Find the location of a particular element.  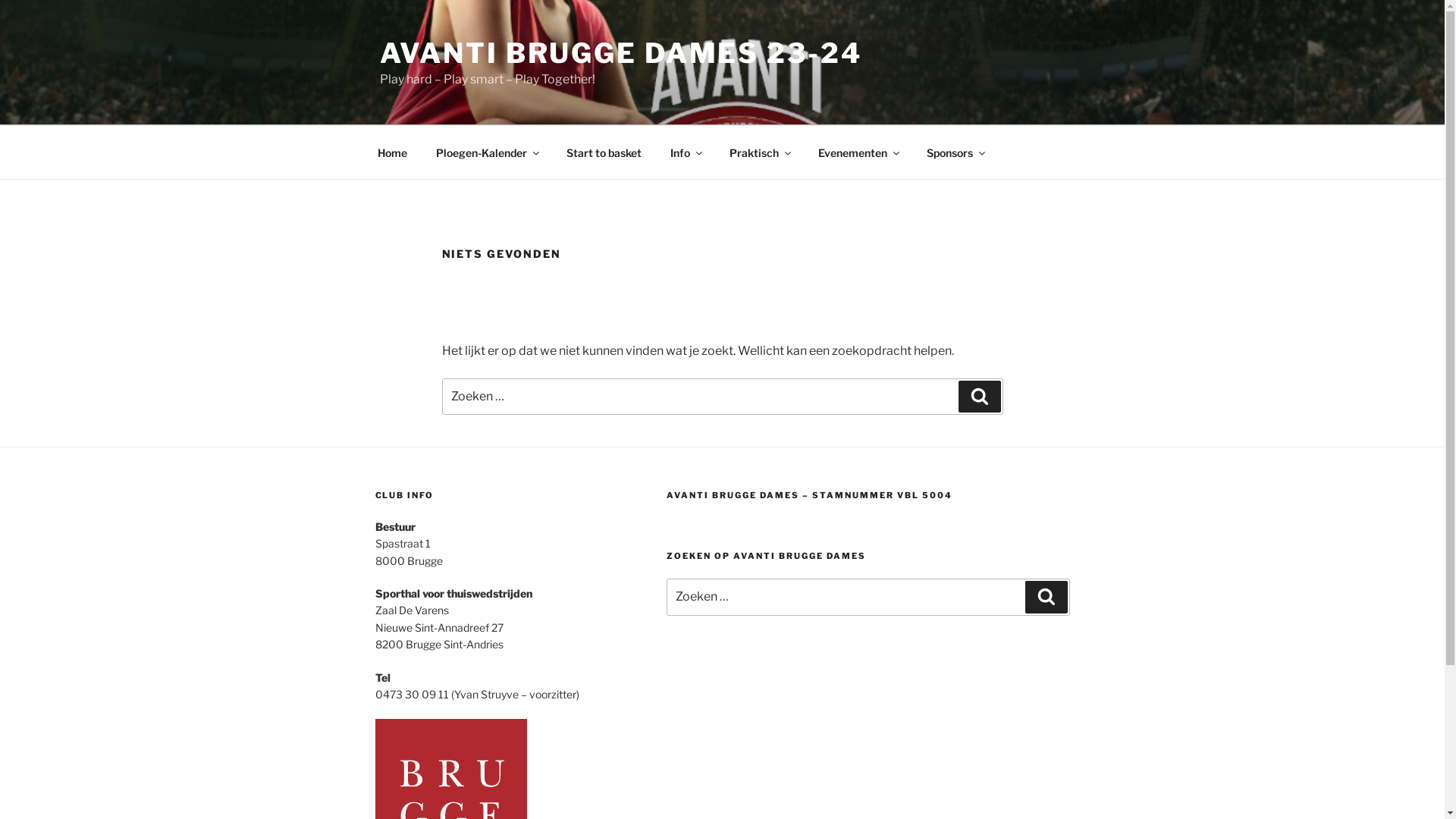

'Zoeken' is located at coordinates (1025, 595).